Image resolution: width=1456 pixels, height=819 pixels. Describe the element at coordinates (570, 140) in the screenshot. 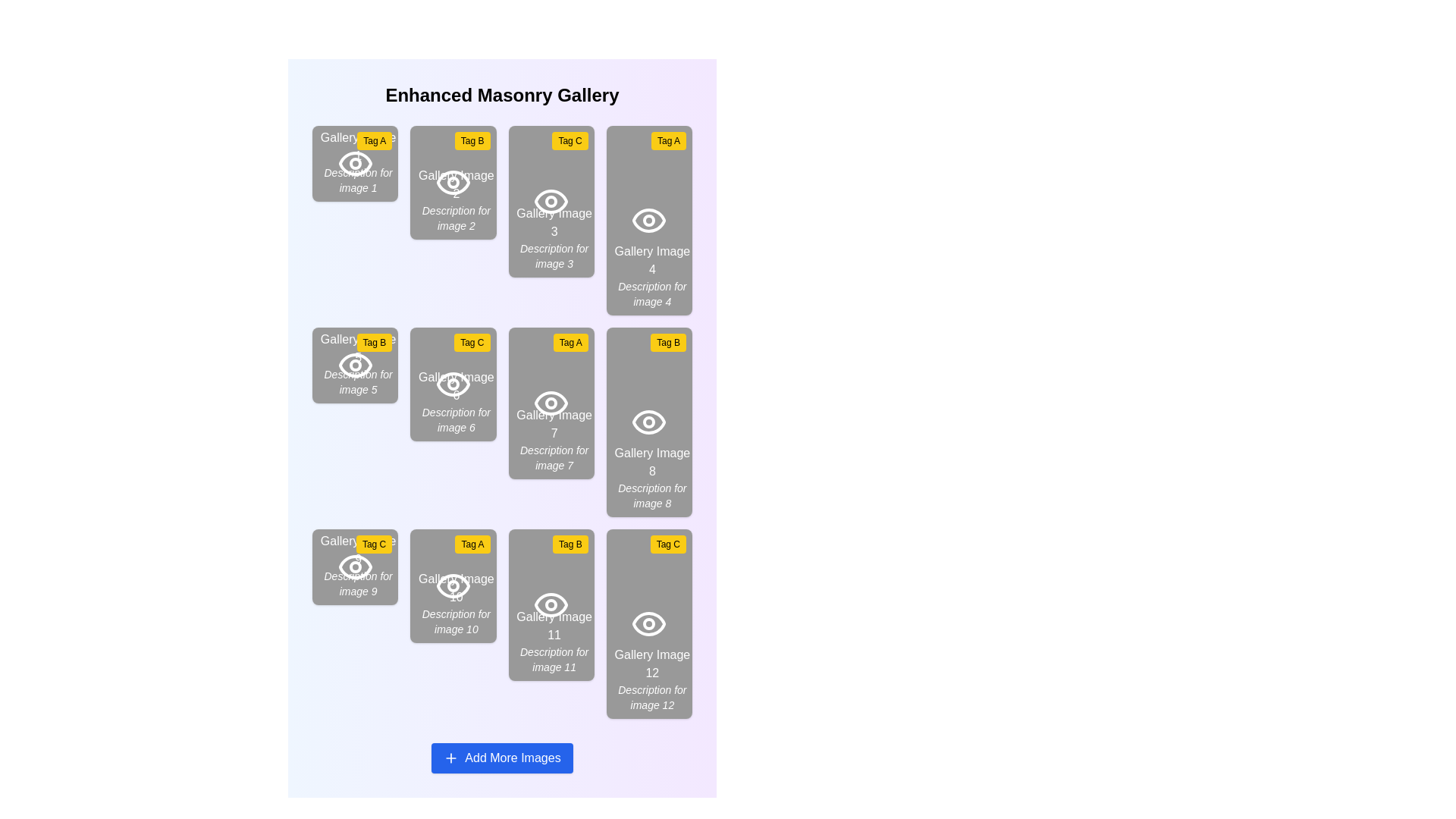

I see `the Tag element located in the top-right corner of the card displaying 'Gallery Image 3' and 'Description for image 3'` at that location.